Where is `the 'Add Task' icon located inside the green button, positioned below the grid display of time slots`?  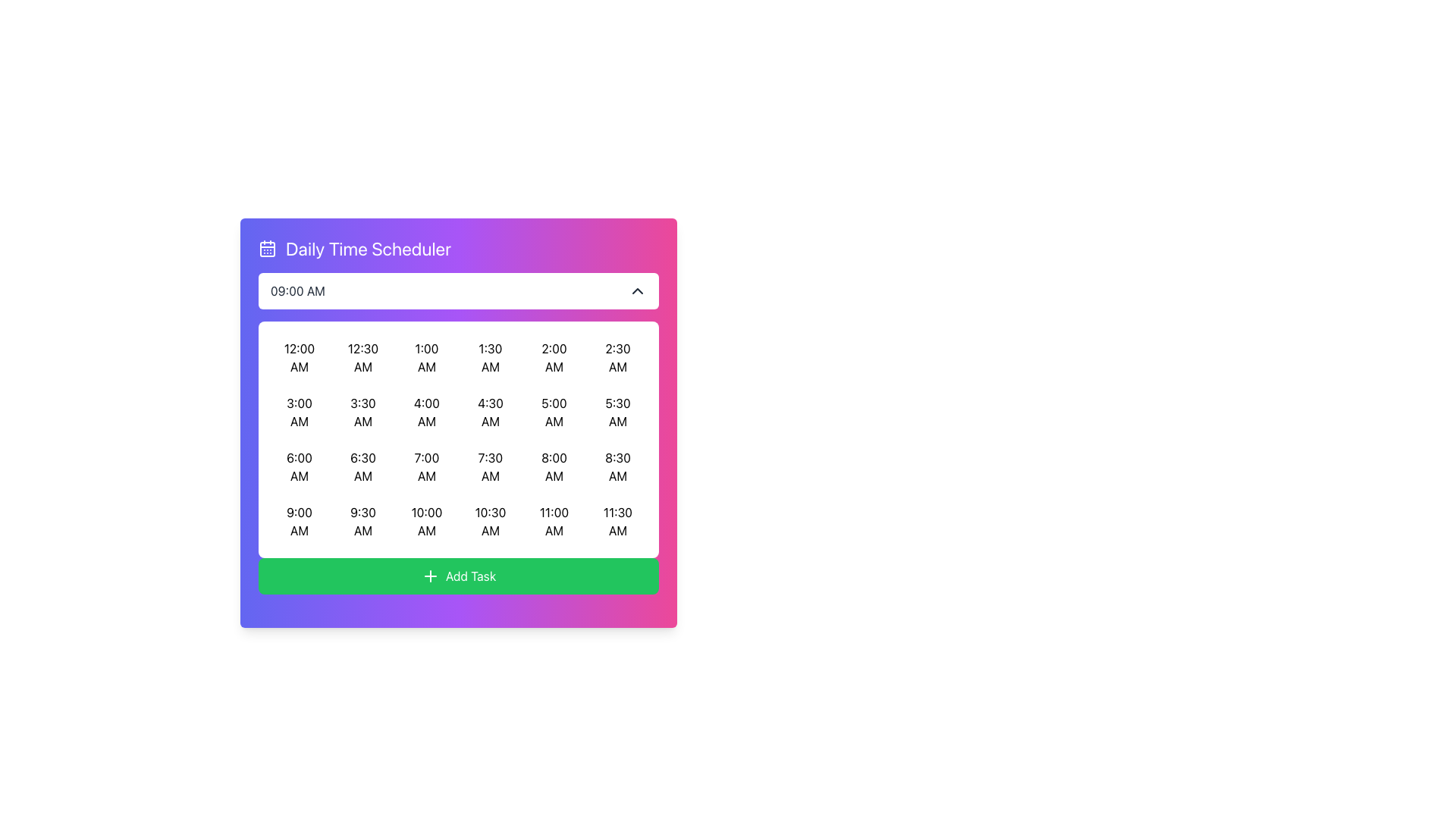
the 'Add Task' icon located inside the green button, positioned below the grid display of time slots is located at coordinates (429, 576).